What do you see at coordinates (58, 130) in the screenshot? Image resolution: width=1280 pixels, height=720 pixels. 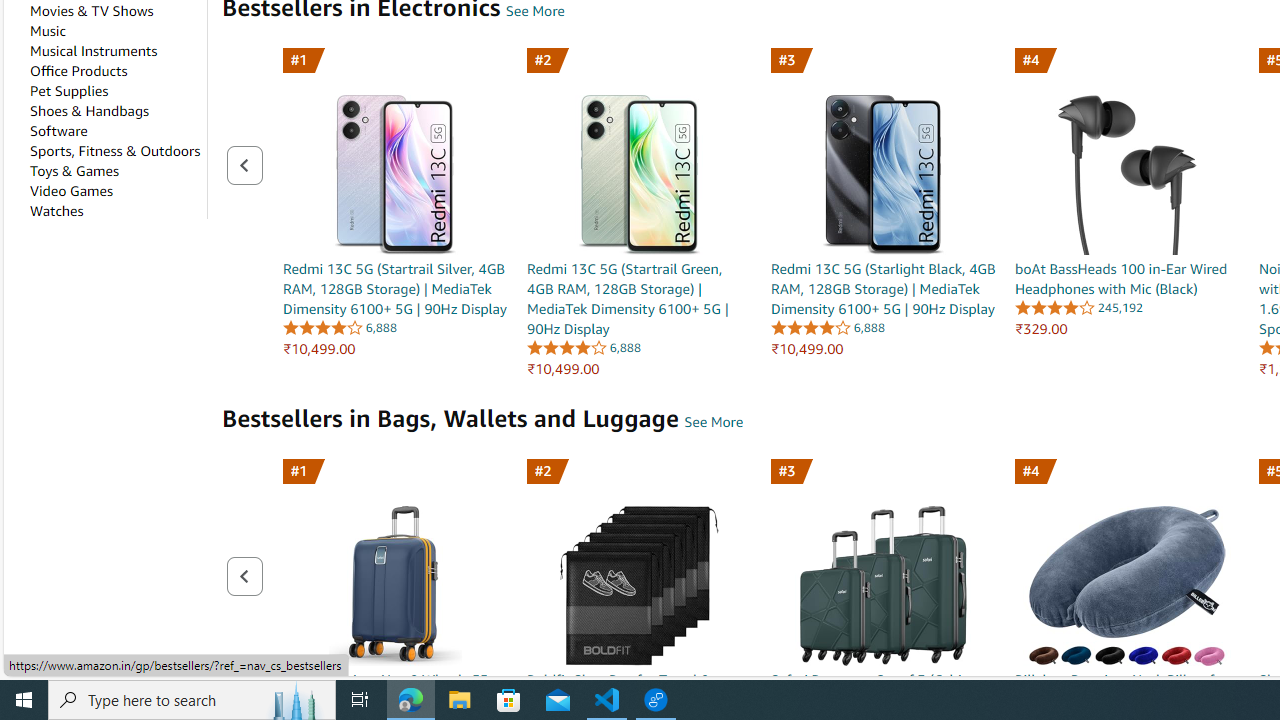 I see `'Software'` at bounding box center [58, 130].